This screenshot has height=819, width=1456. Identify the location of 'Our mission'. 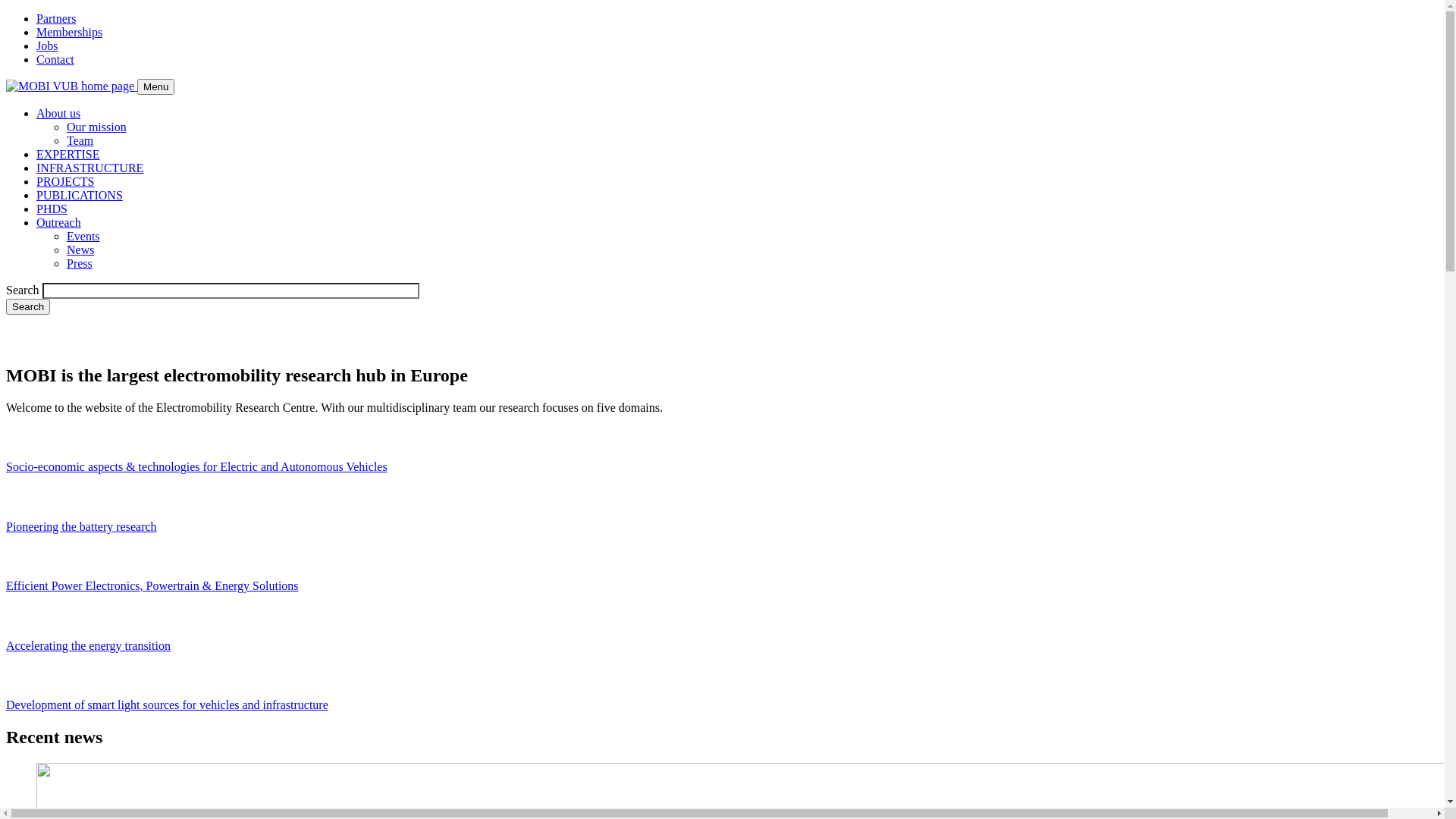
(96, 126).